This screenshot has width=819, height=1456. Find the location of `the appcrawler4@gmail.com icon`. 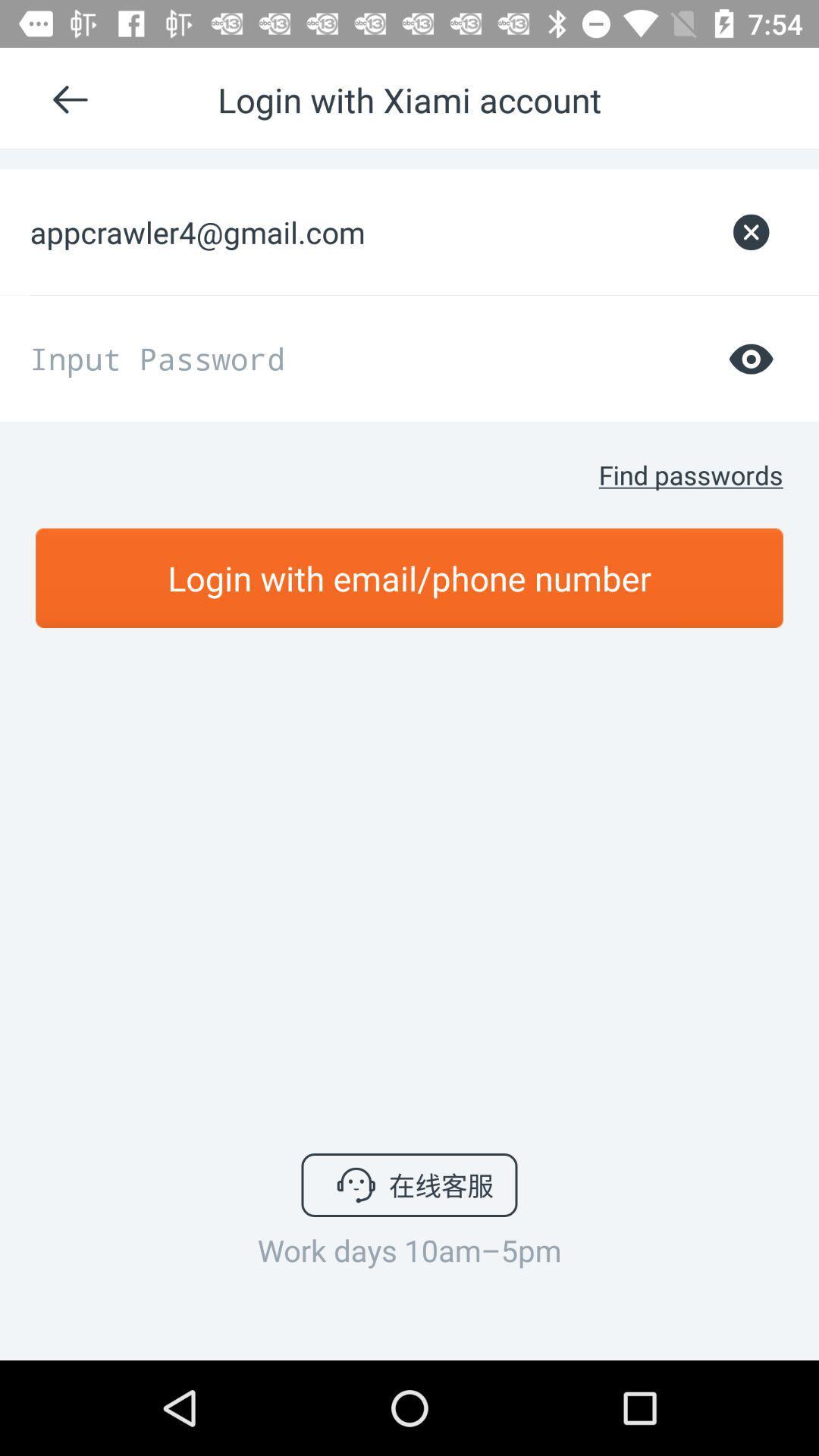

the appcrawler4@gmail.com icon is located at coordinates (371, 231).